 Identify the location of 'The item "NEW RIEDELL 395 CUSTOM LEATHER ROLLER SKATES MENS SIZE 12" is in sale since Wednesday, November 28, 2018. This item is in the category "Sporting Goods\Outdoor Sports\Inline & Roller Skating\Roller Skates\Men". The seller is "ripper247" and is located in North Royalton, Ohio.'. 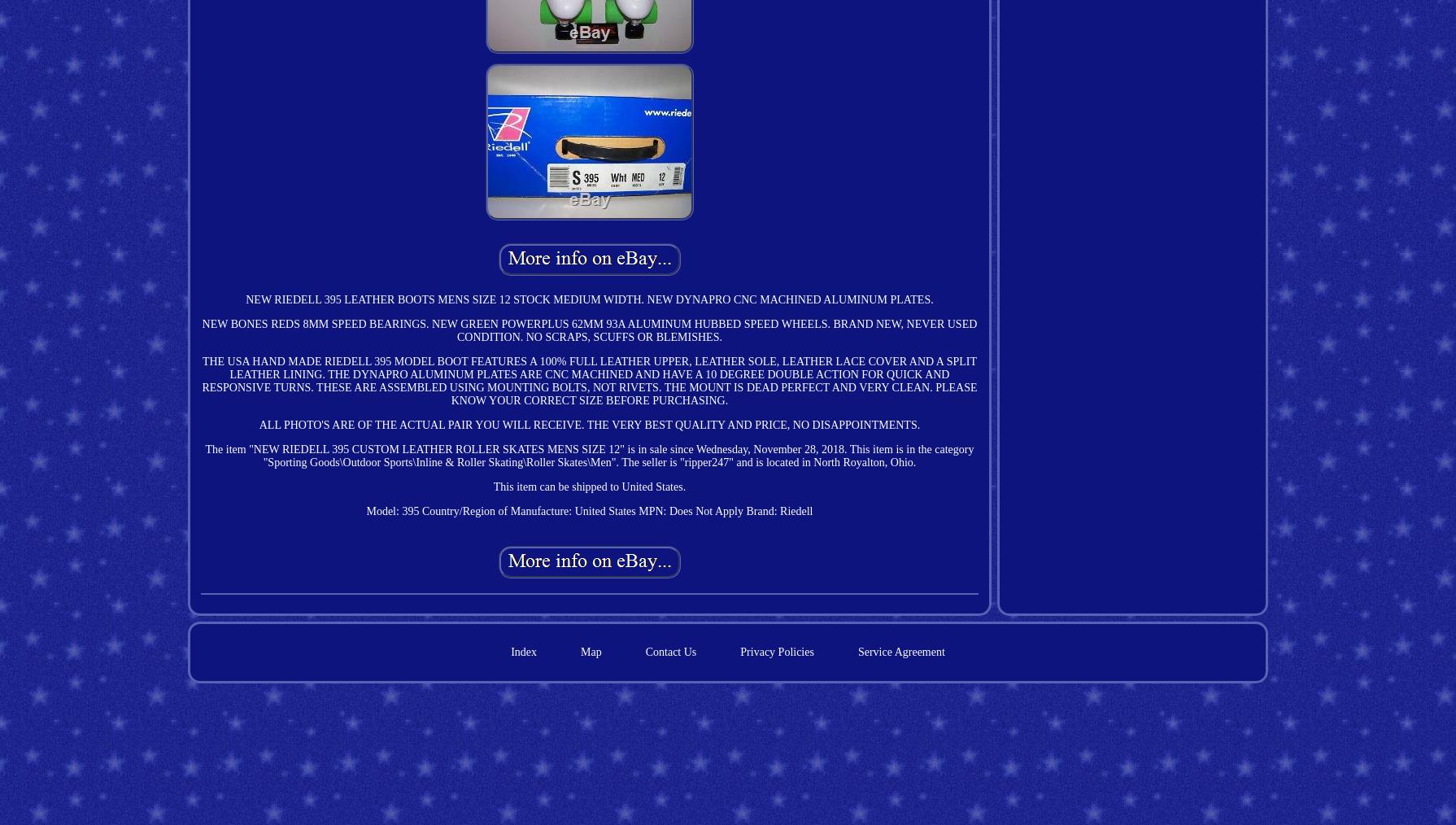
(205, 454).